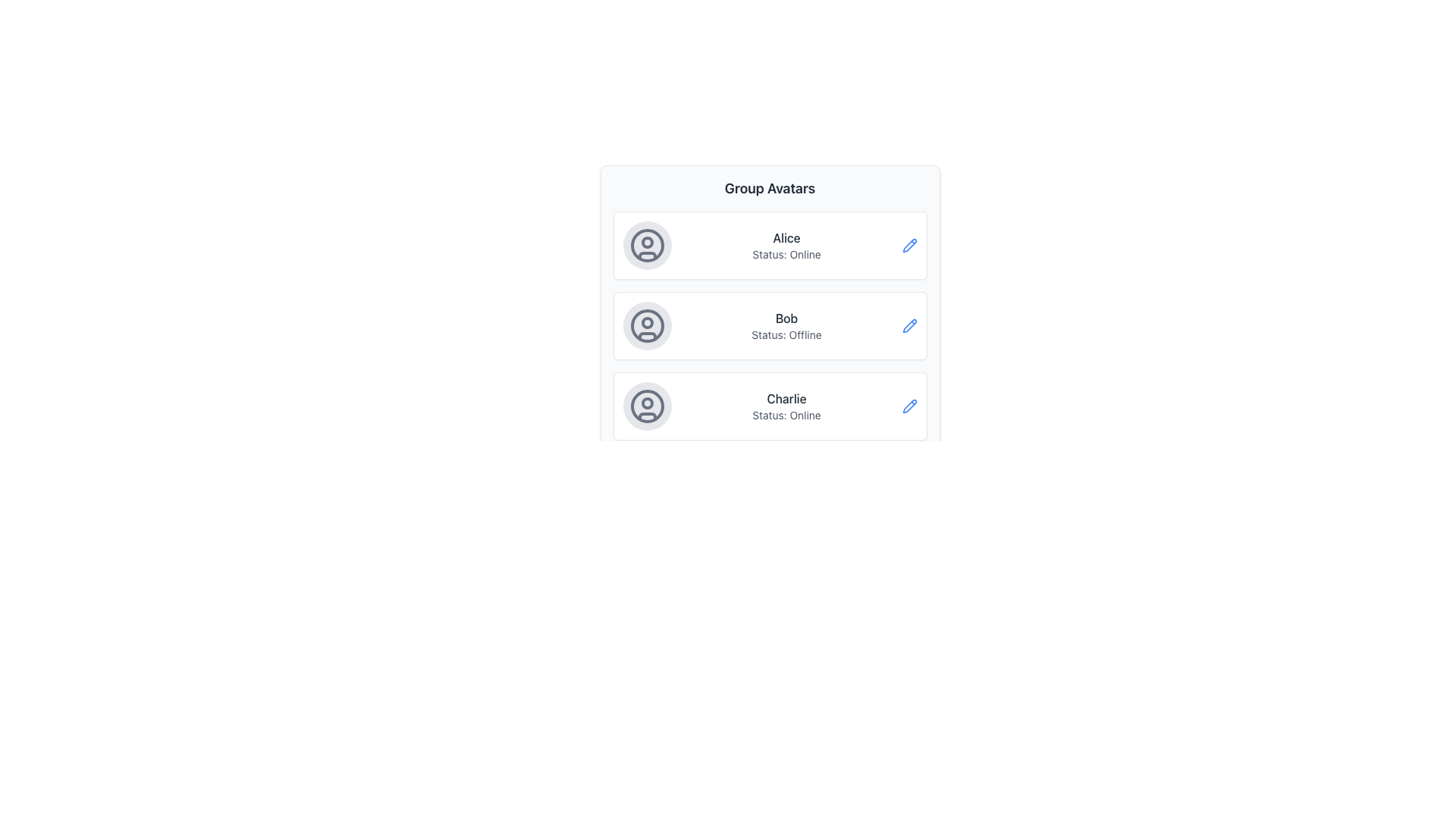 This screenshot has height=819, width=1456. Describe the element at coordinates (647, 322) in the screenshot. I see `the Decorative SVG Circle that is part of the user avatar for 'Bob' in the listing, which is visually represented as a small circle centered within a larger profile icon` at that location.